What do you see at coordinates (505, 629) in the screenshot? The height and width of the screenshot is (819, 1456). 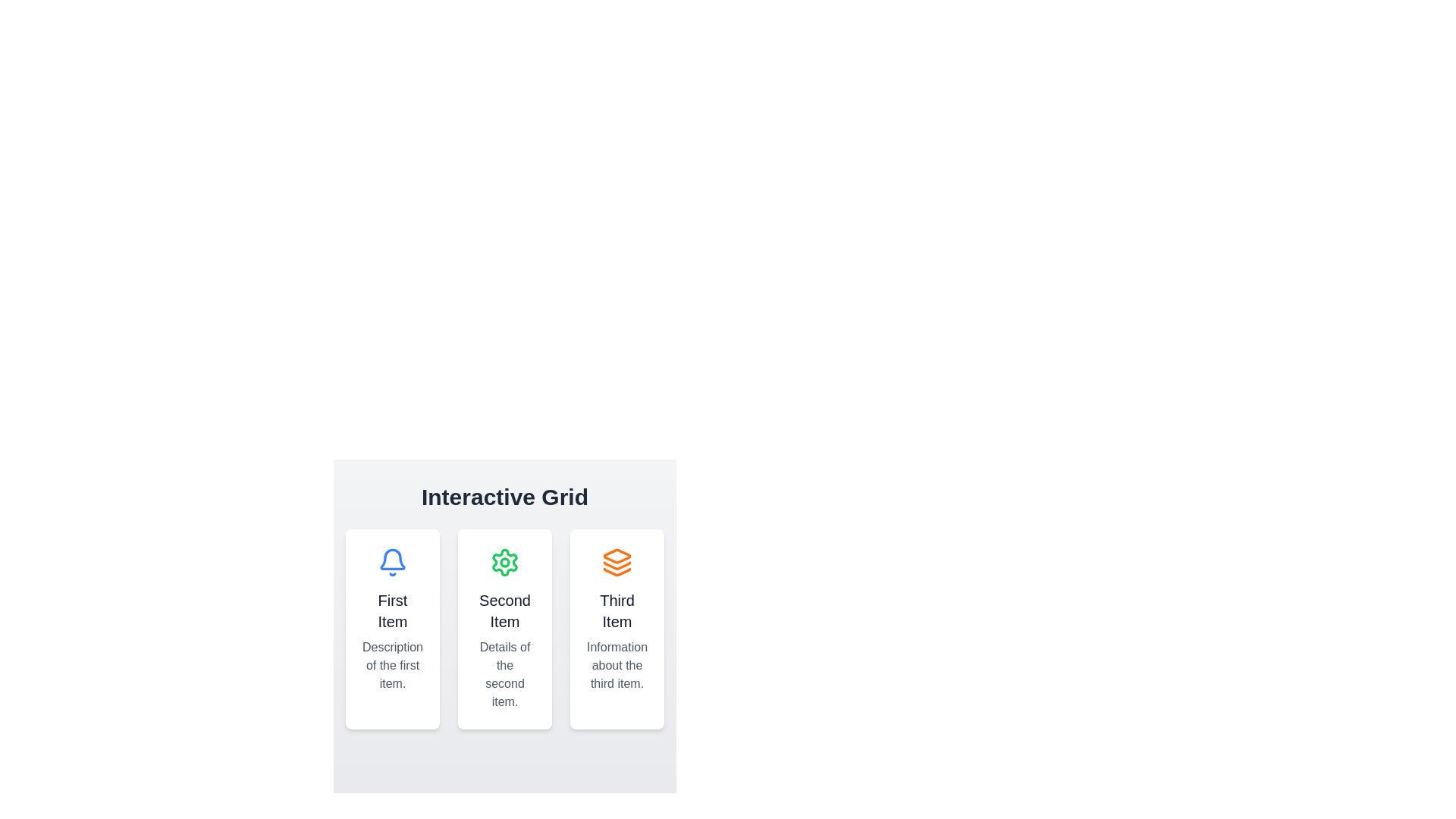 I see `the second Item Card in the Interactive Grid section, which contains an icon, a label, and descriptive text` at bounding box center [505, 629].